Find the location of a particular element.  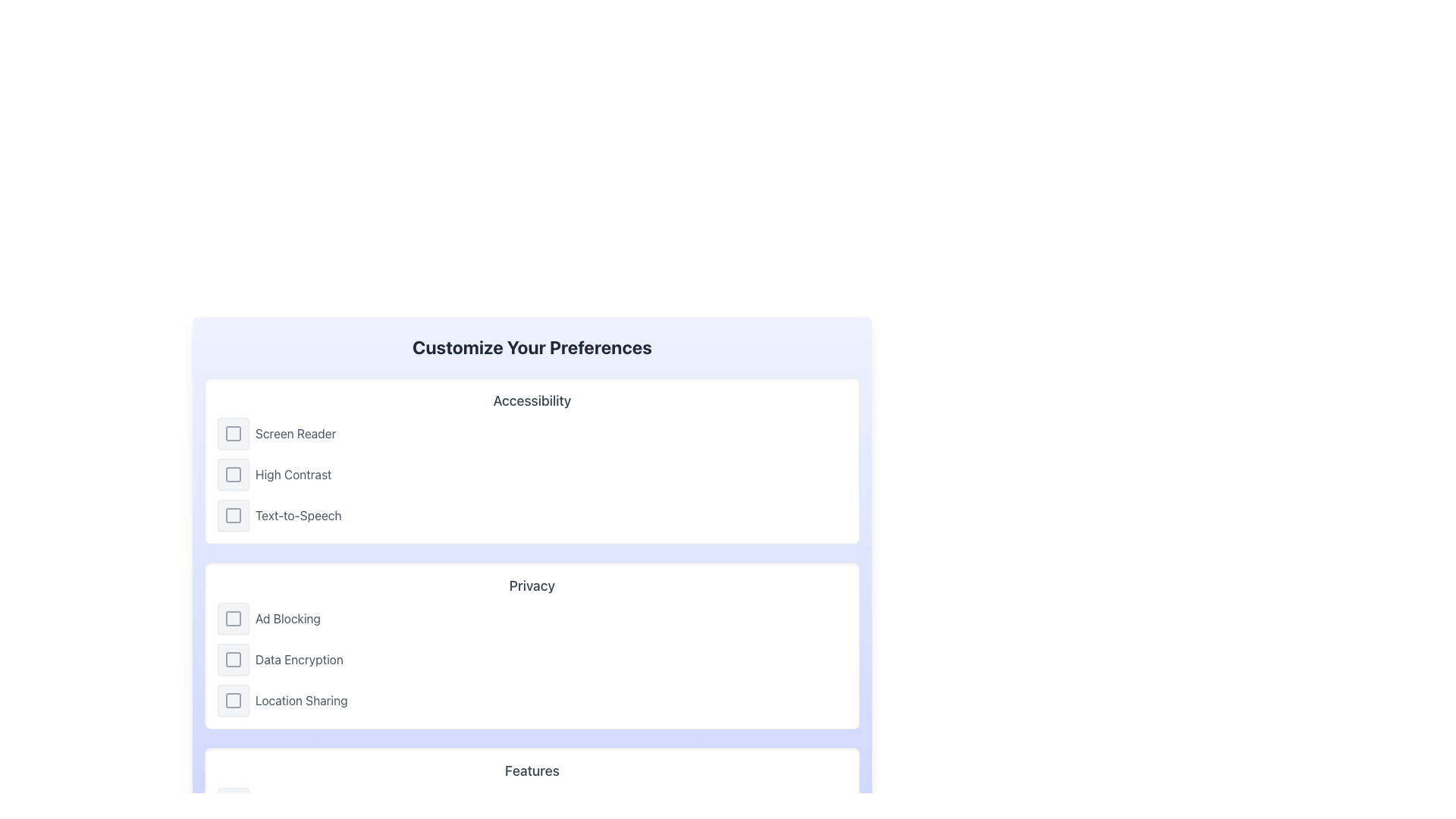

the checkbox labeled 'Location Sharing' is located at coordinates (532, 701).